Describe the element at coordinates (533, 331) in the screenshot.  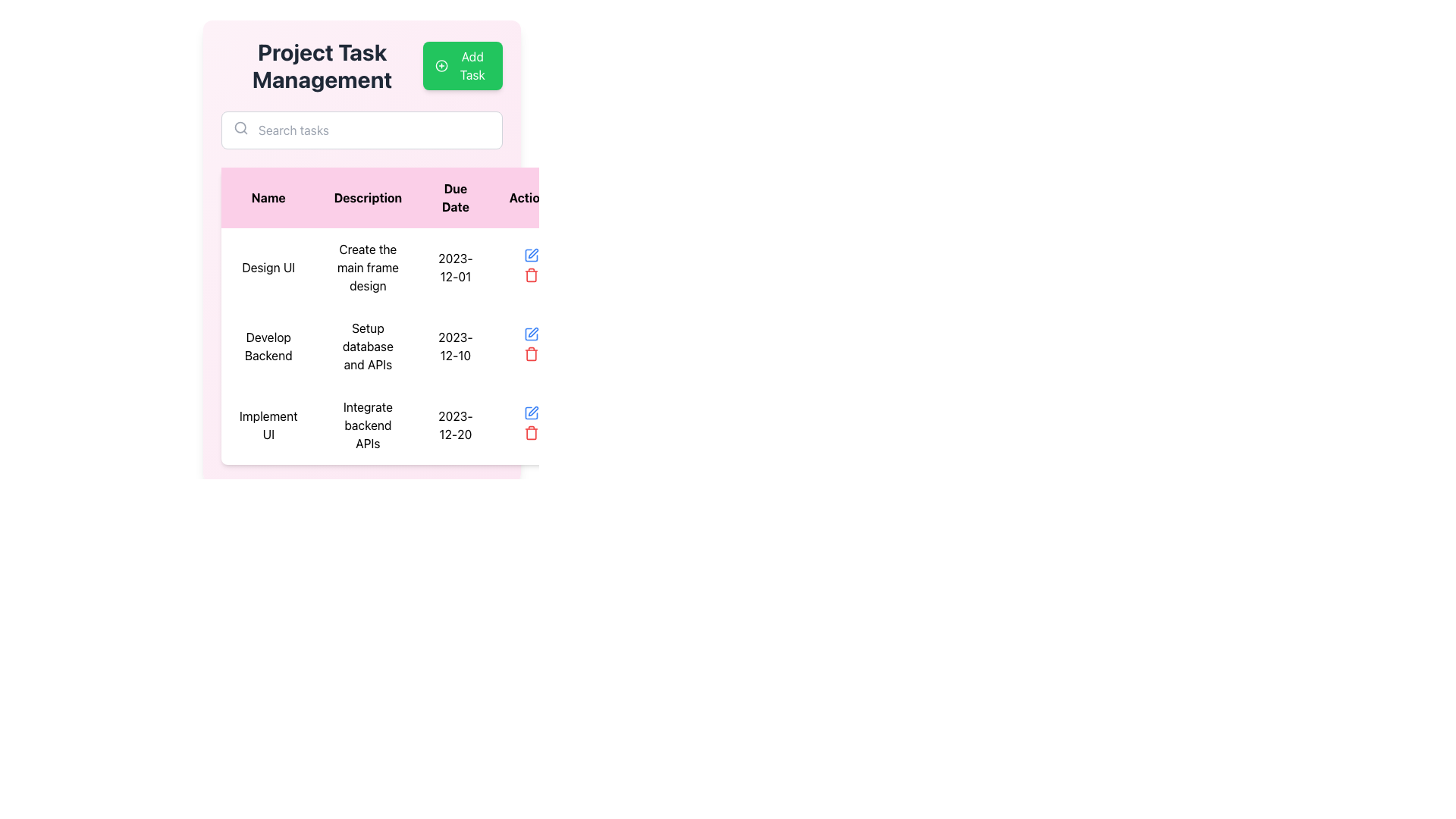
I see `the blue pen or pencil icon in the 'Actions' column of the 'Develop Backend' row` at that location.